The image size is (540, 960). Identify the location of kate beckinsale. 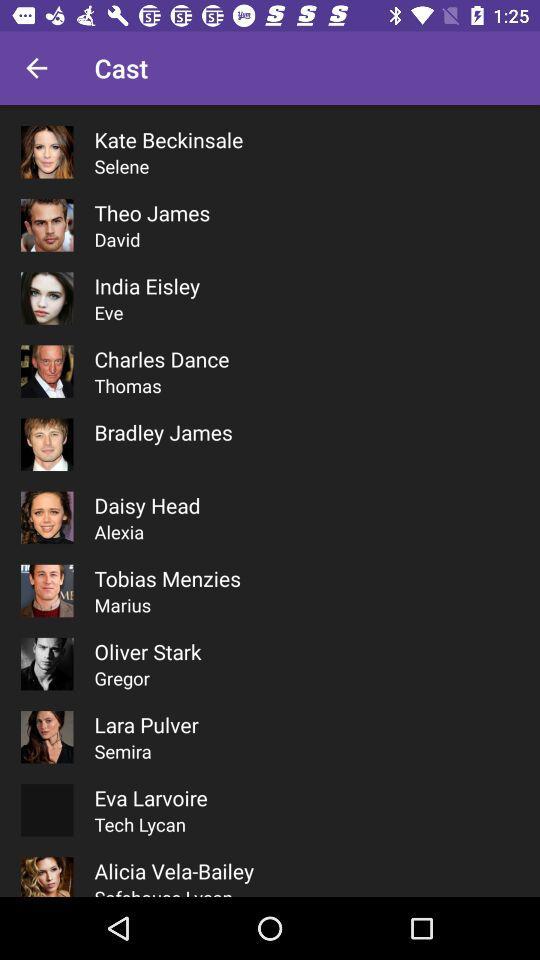
(167, 138).